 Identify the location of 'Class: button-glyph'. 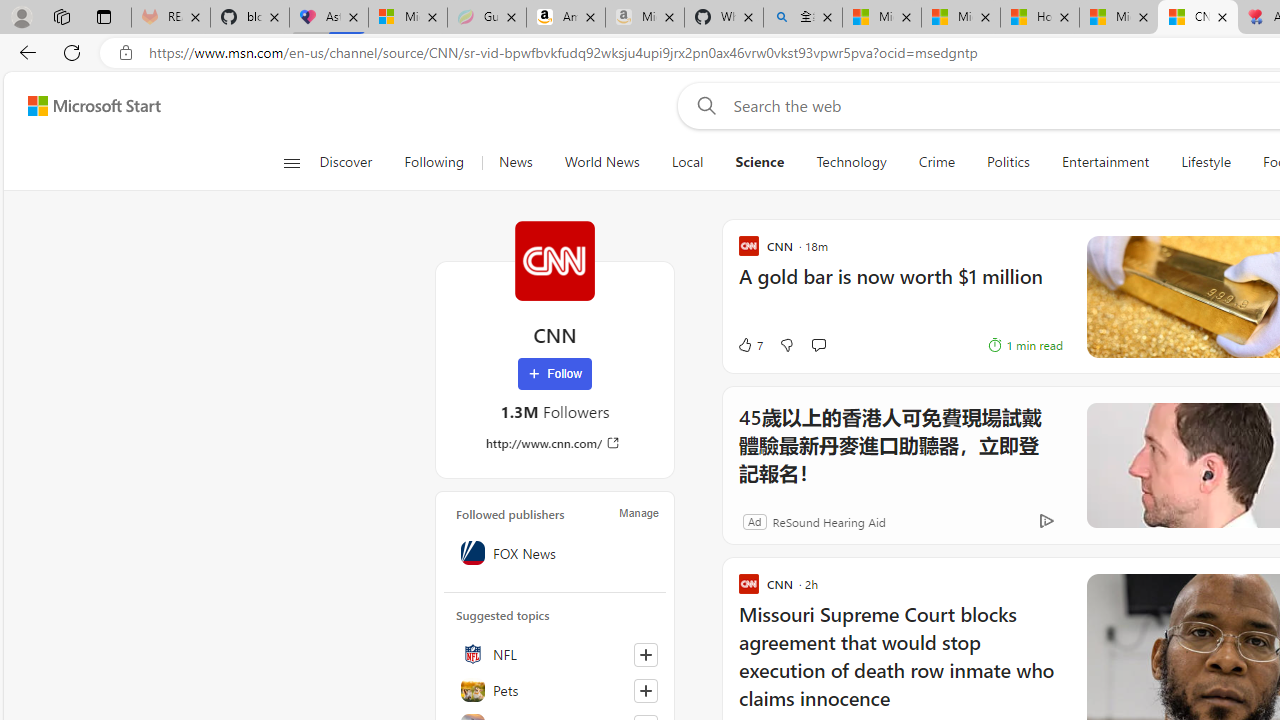
(290, 162).